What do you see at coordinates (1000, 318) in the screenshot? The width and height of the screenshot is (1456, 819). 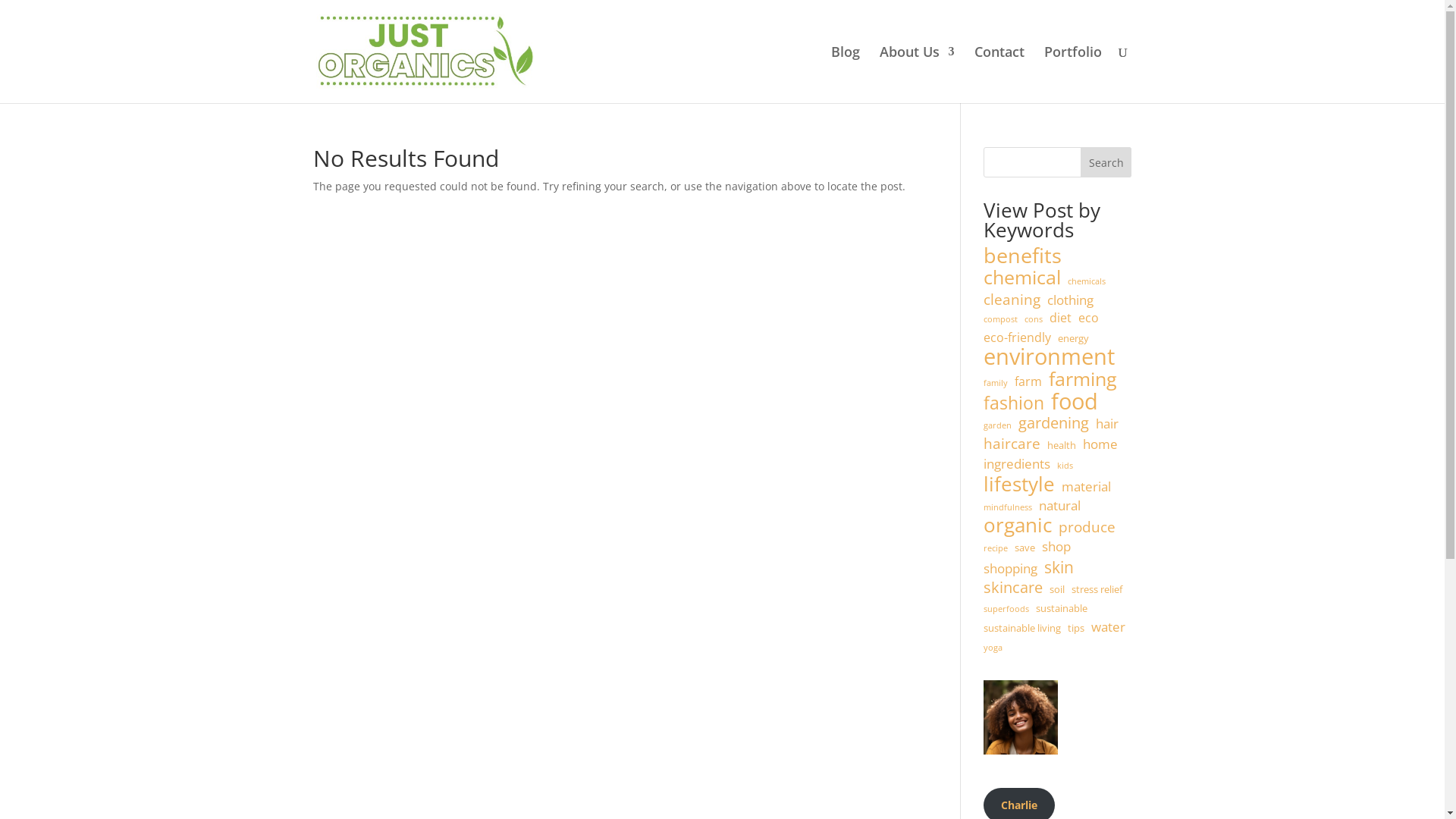 I see `'compost'` at bounding box center [1000, 318].